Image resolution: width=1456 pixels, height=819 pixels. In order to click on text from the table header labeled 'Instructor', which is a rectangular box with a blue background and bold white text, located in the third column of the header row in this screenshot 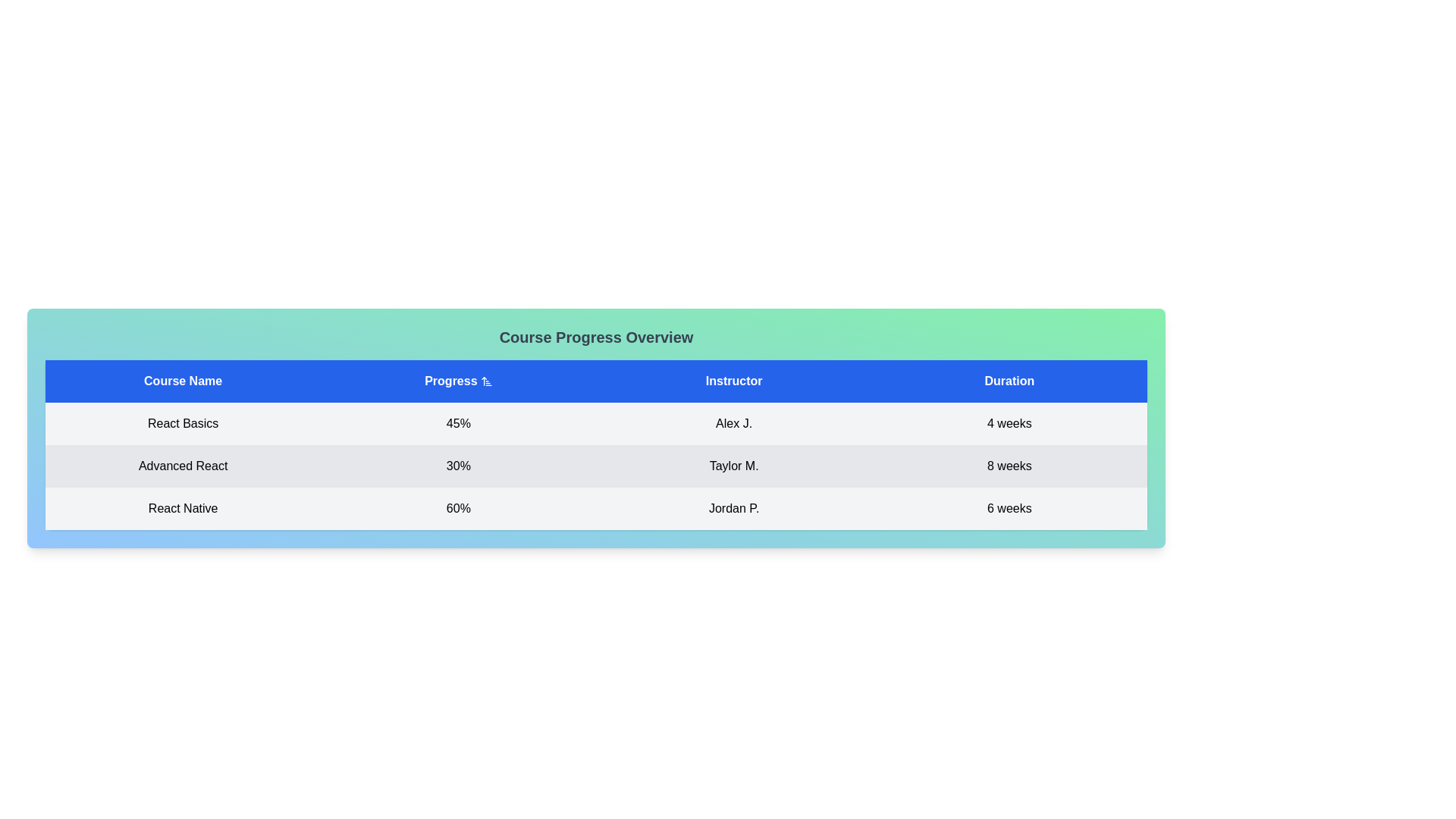, I will do `click(734, 380)`.